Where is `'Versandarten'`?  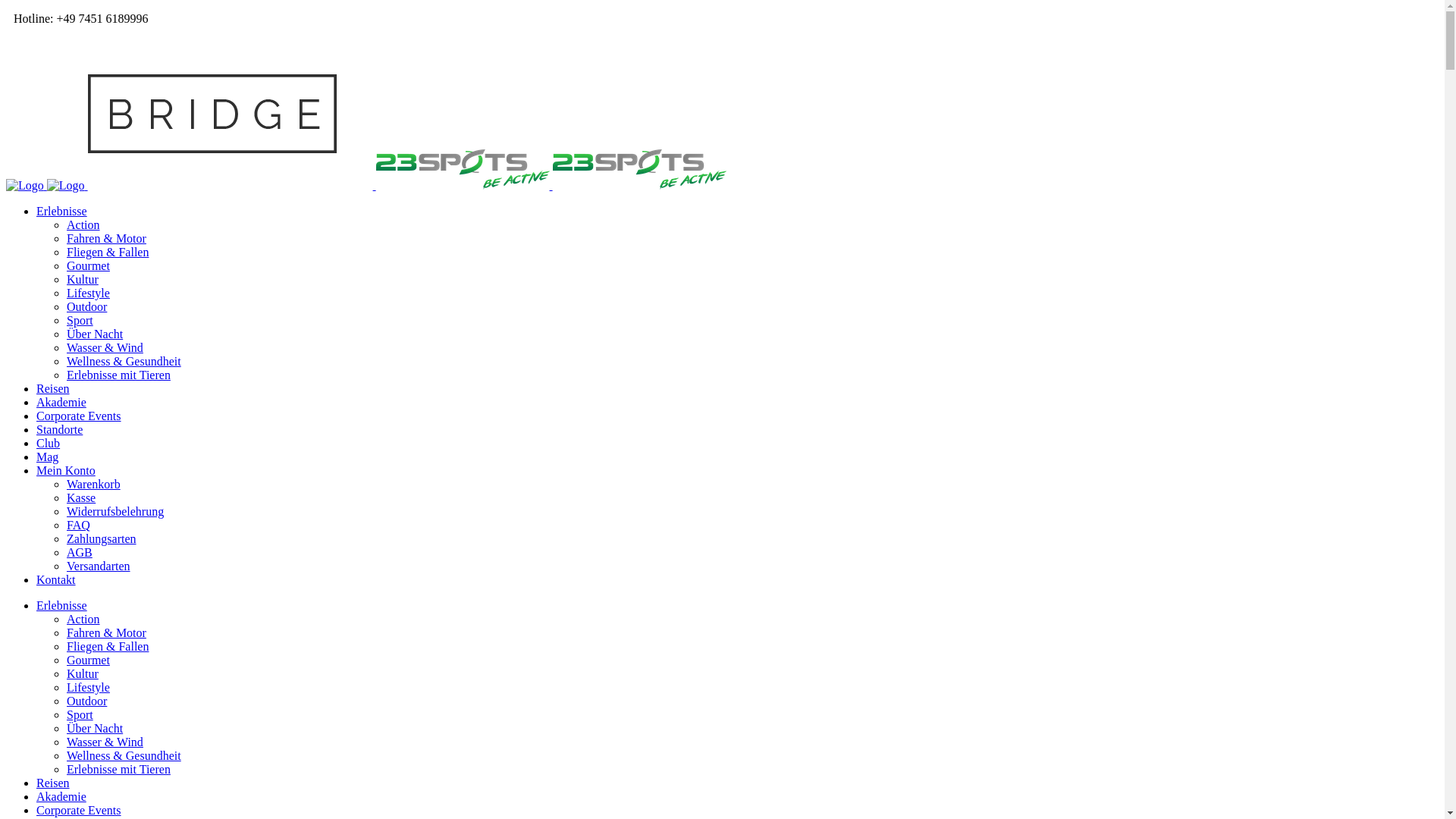 'Versandarten' is located at coordinates (97, 566).